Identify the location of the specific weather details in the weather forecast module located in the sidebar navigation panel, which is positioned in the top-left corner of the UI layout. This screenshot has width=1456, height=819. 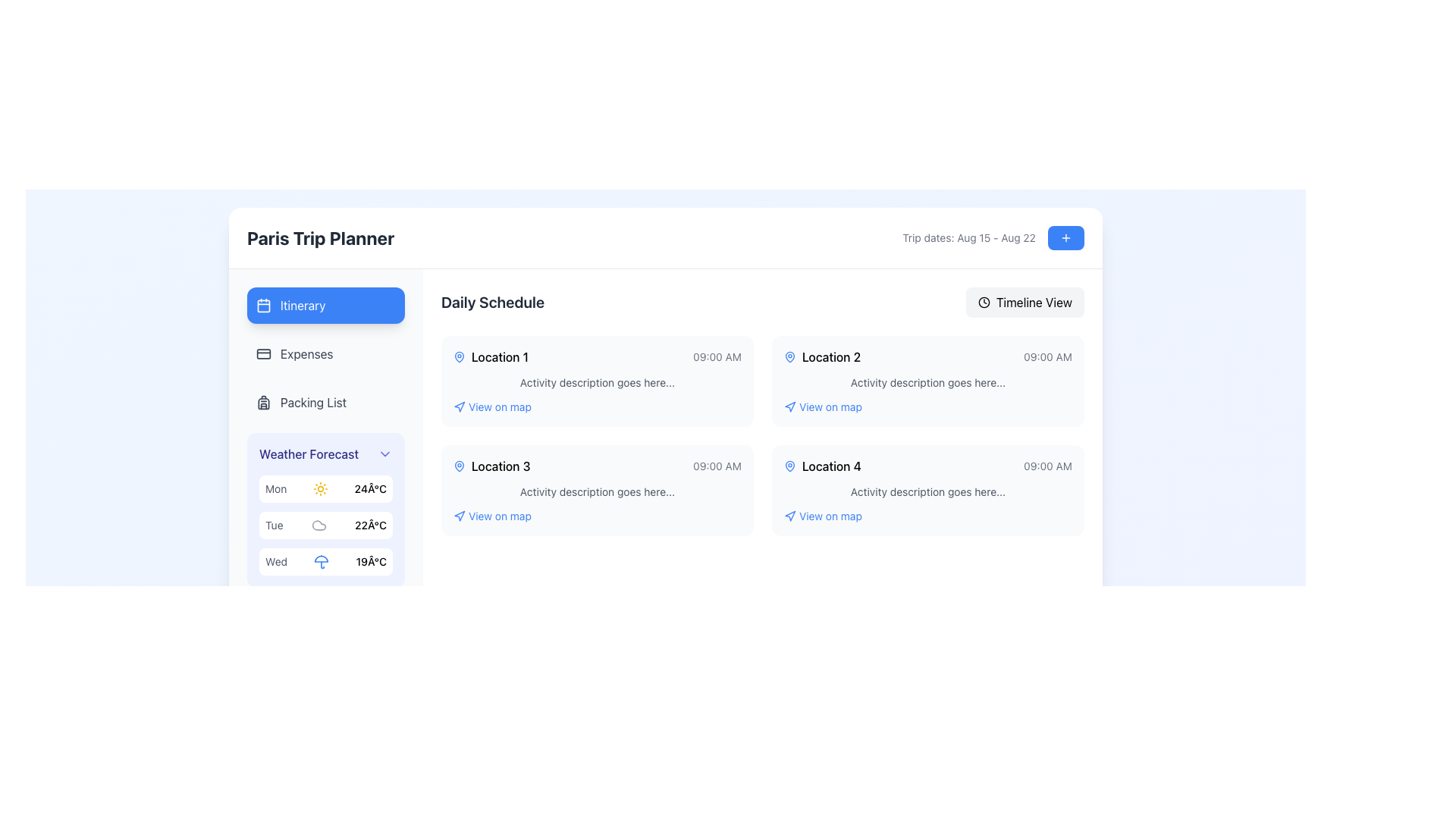
(325, 438).